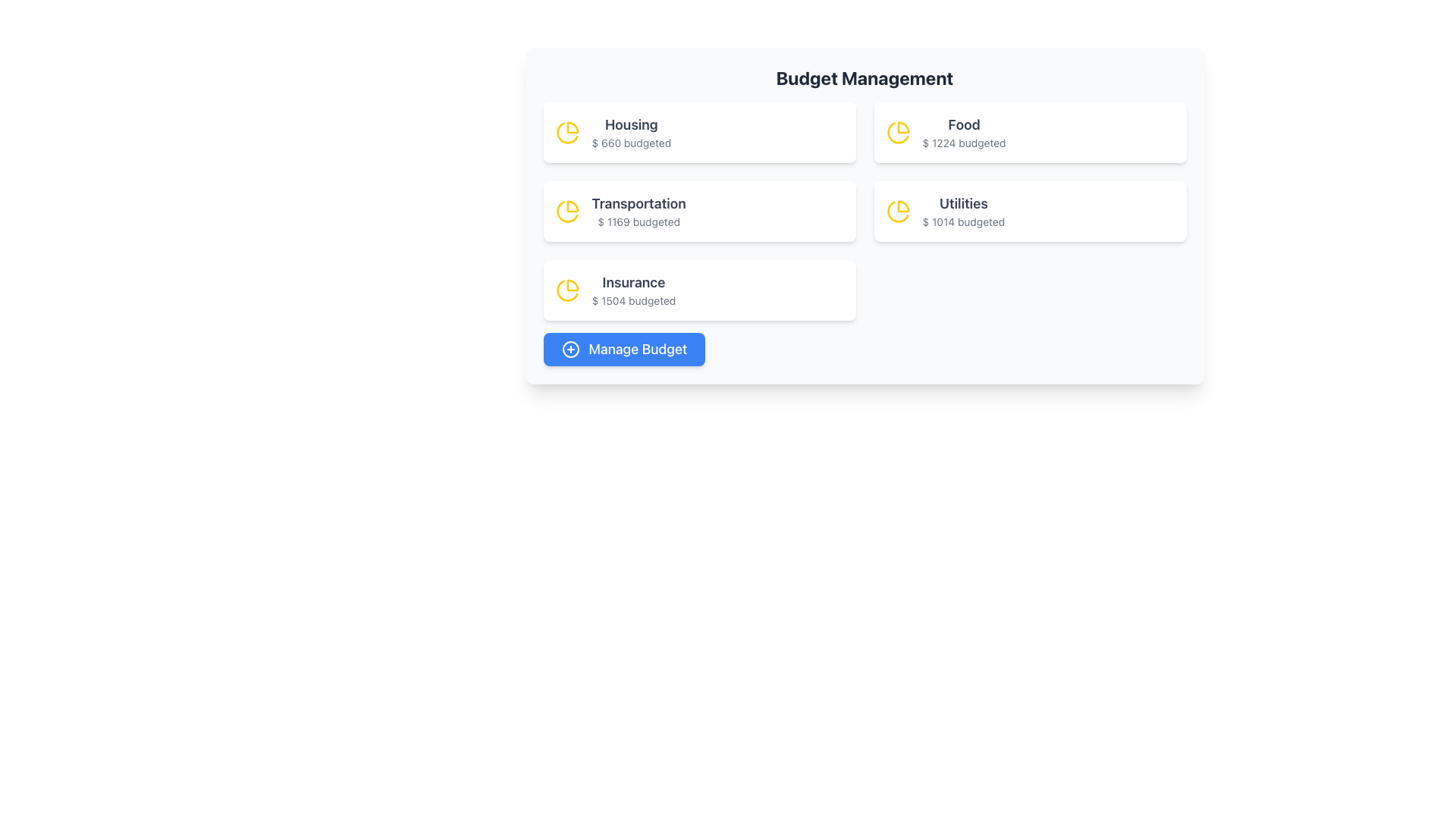 Image resolution: width=1456 pixels, height=819 pixels. What do you see at coordinates (570, 350) in the screenshot?
I see `the circular outline of the icon within the 'Manage Budget' button located at the bottom-left corner of the interface` at bounding box center [570, 350].